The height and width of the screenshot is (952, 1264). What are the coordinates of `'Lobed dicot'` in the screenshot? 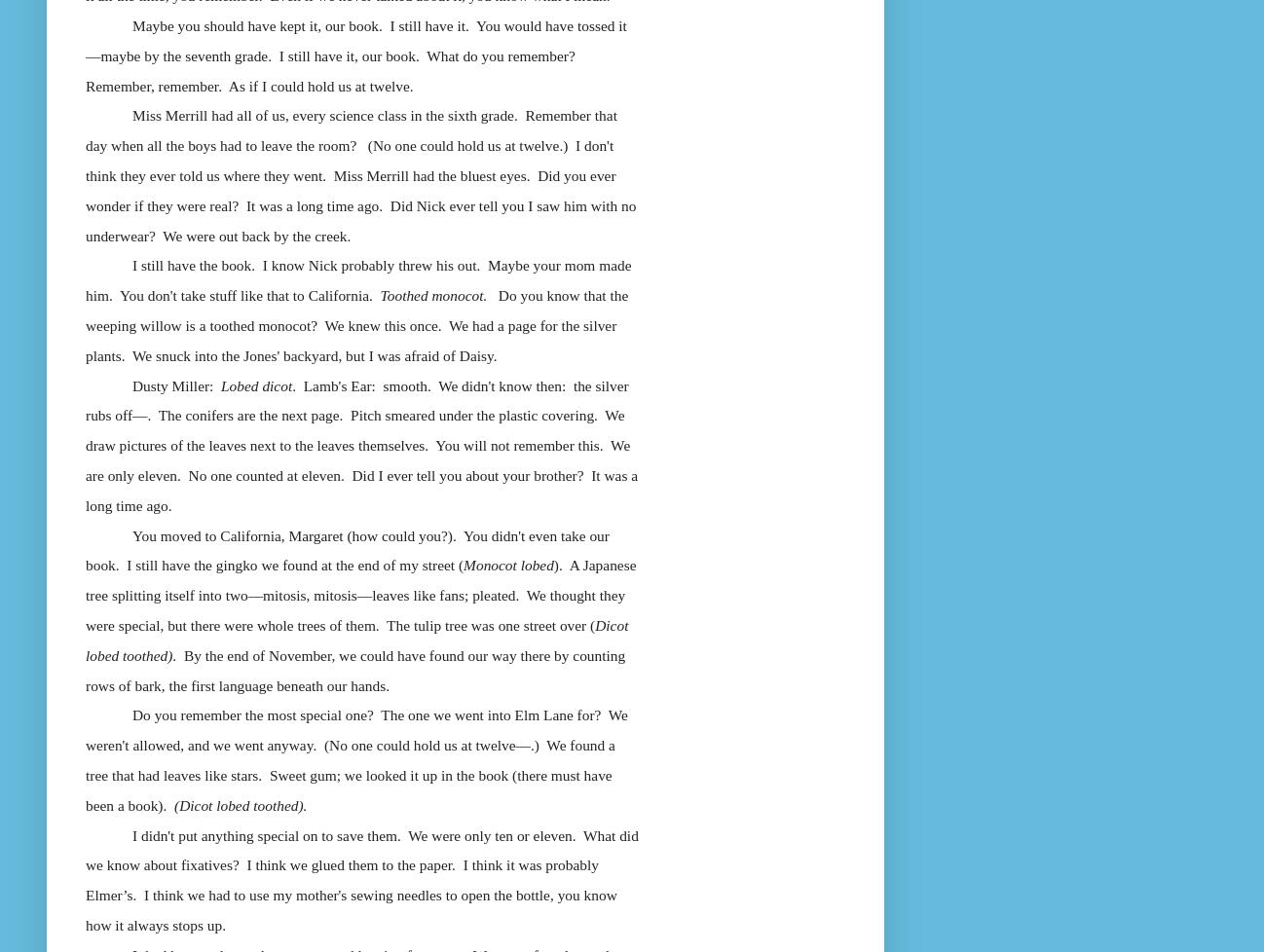 It's located at (221, 384).